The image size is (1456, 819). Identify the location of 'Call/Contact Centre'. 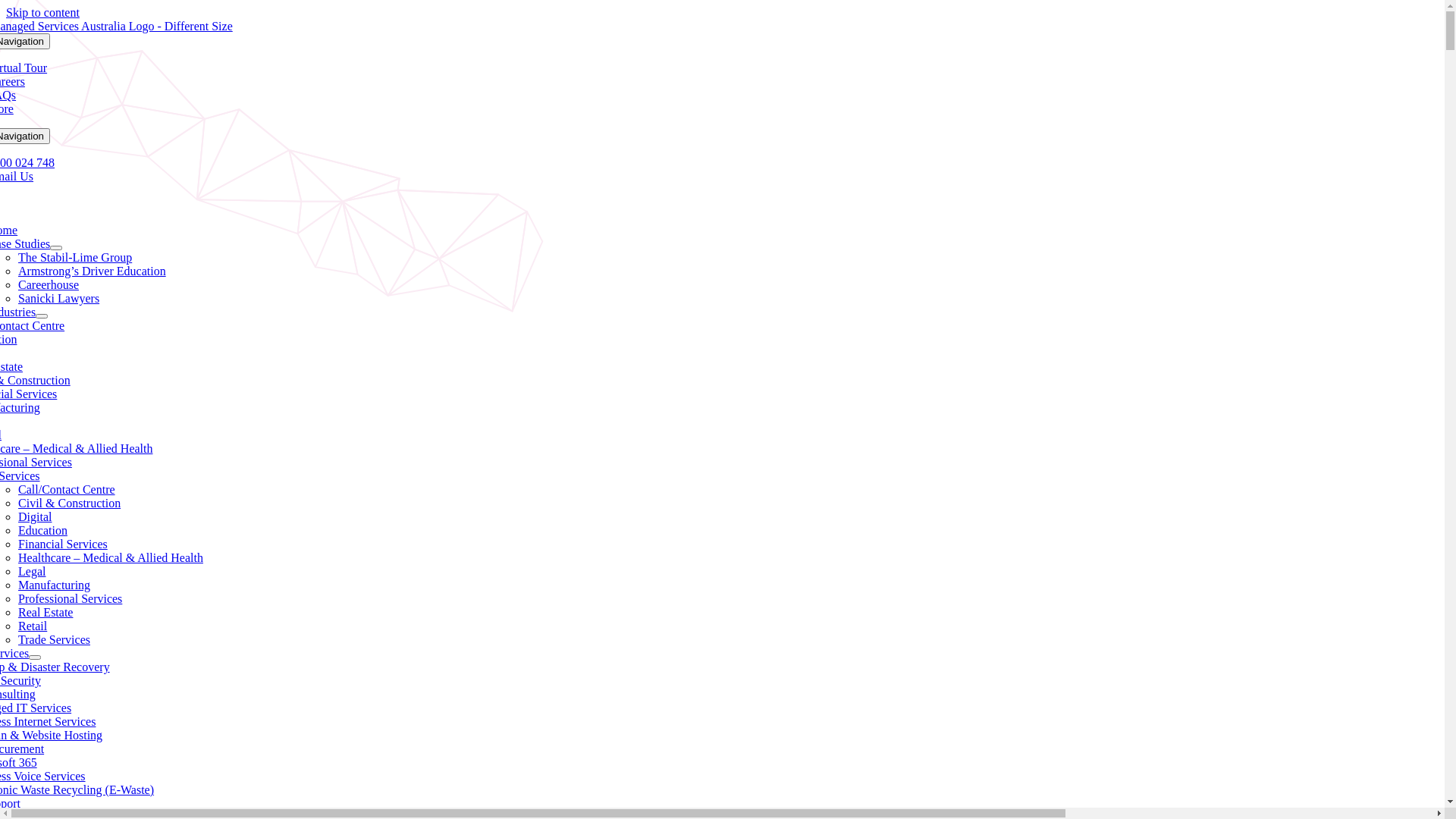
(65, 489).